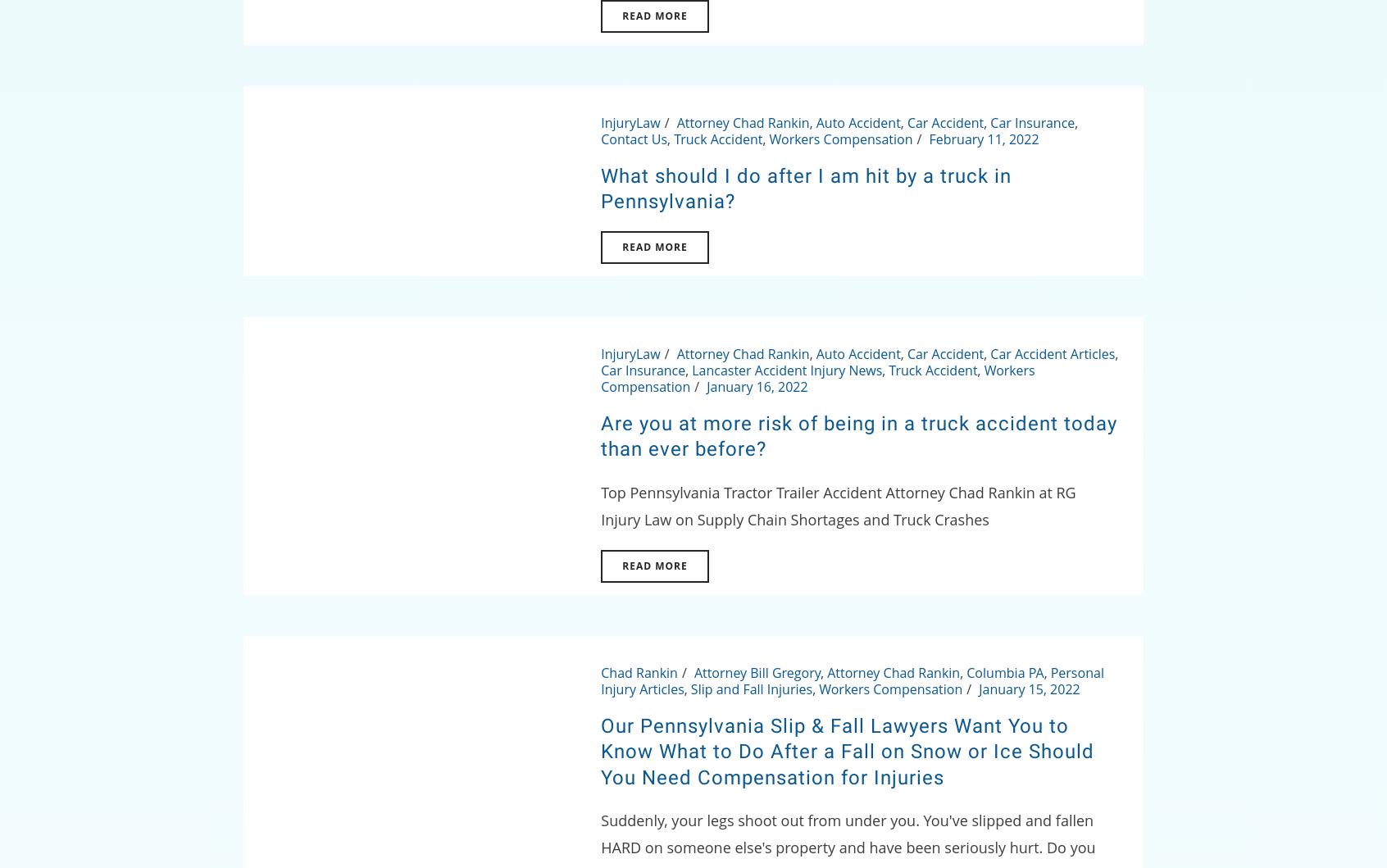 The width and height of the screenshot is (1387, 868). What do you see at coordinates (691, 370) in the screenshot?
I see `'Lancaster Accident Injury News'` at bounding box center [691, 370].